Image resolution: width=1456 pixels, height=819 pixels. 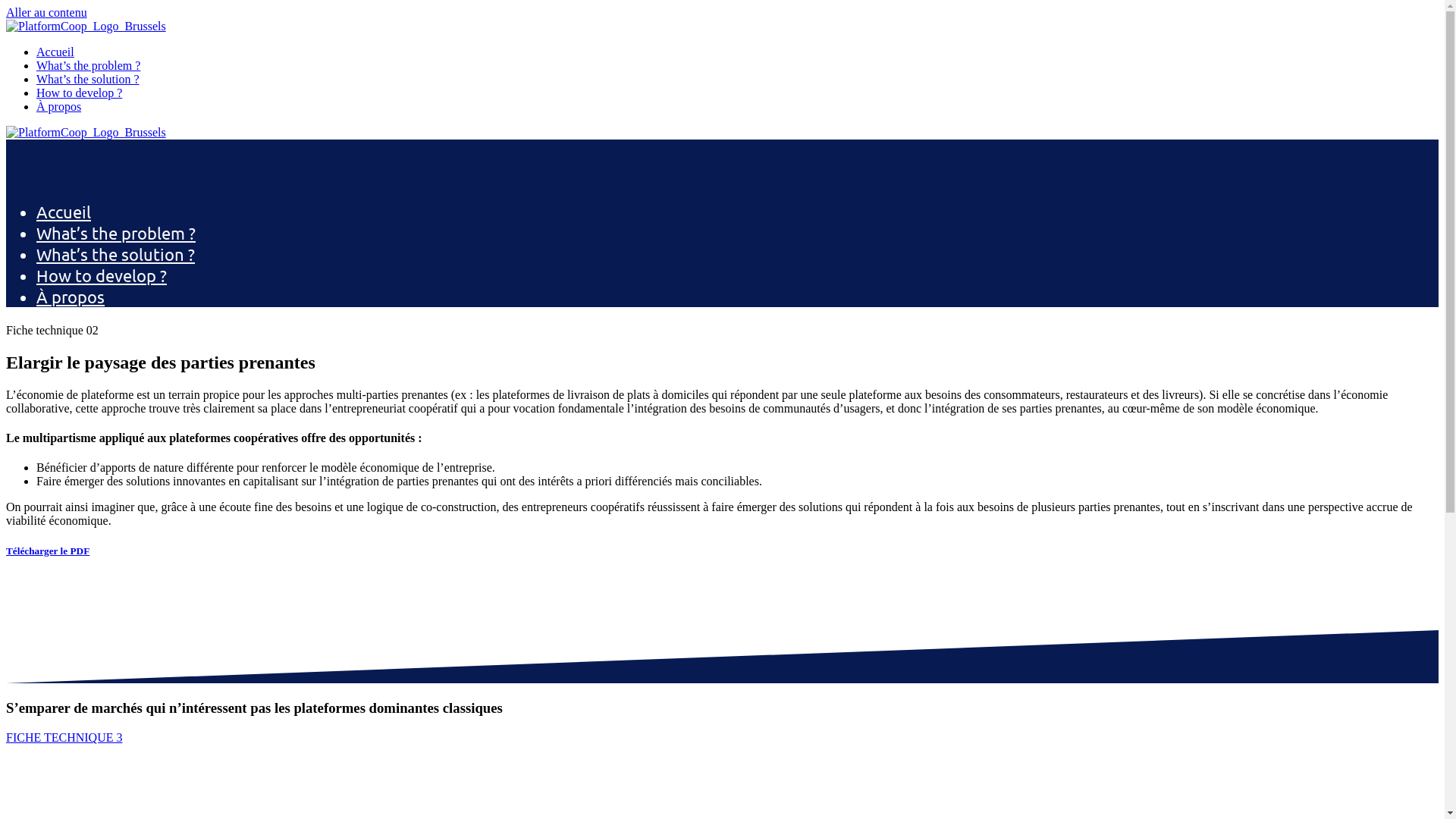 What do you see at coordinates (63, 736) in the screenshot?
I see `'FICHE TECHNIQUE 3'` at bounding box center [63, 736].